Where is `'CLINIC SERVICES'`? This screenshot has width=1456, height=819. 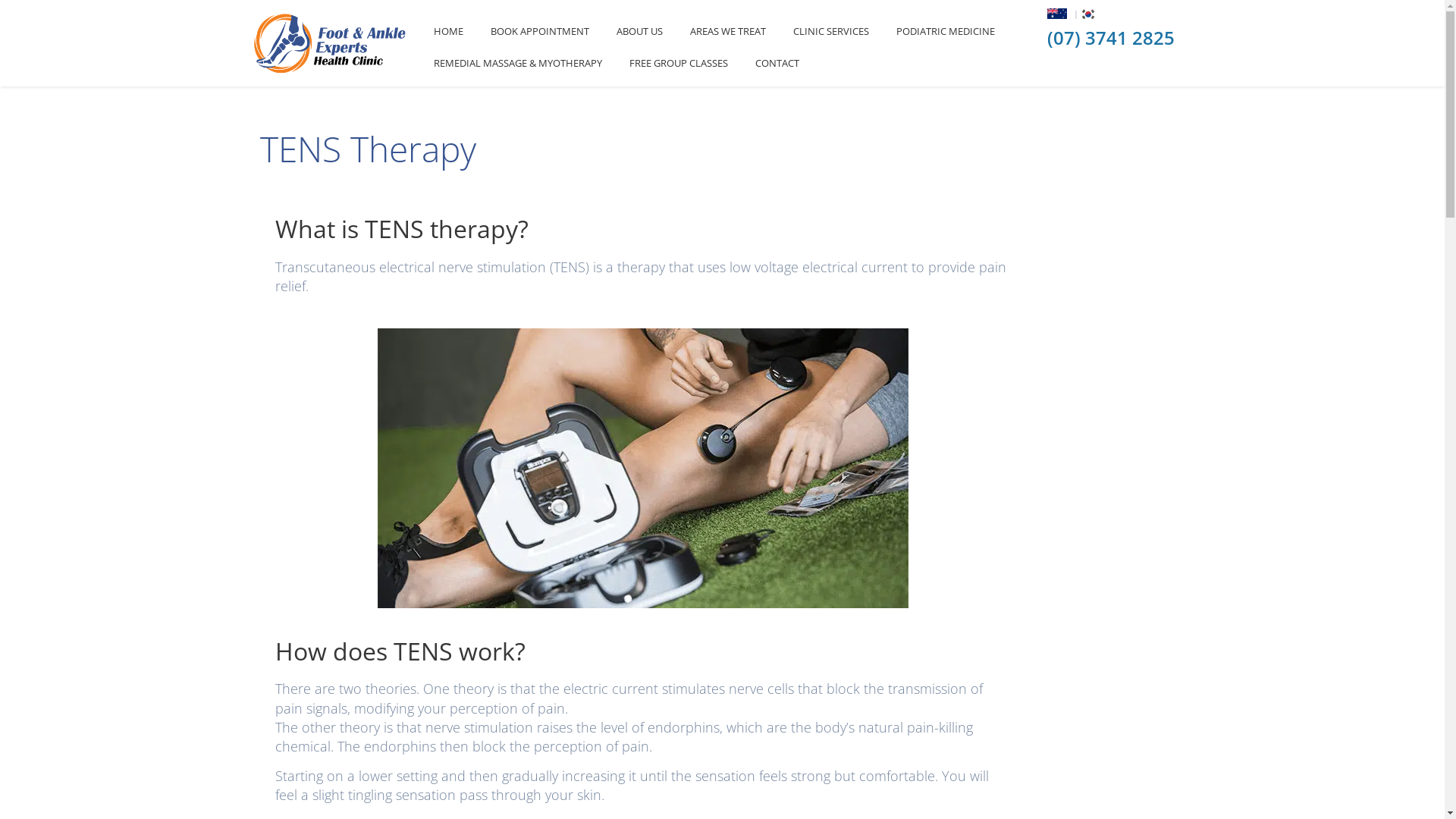 'CLINIC SERVICES' is located at coordinates (830, 31).